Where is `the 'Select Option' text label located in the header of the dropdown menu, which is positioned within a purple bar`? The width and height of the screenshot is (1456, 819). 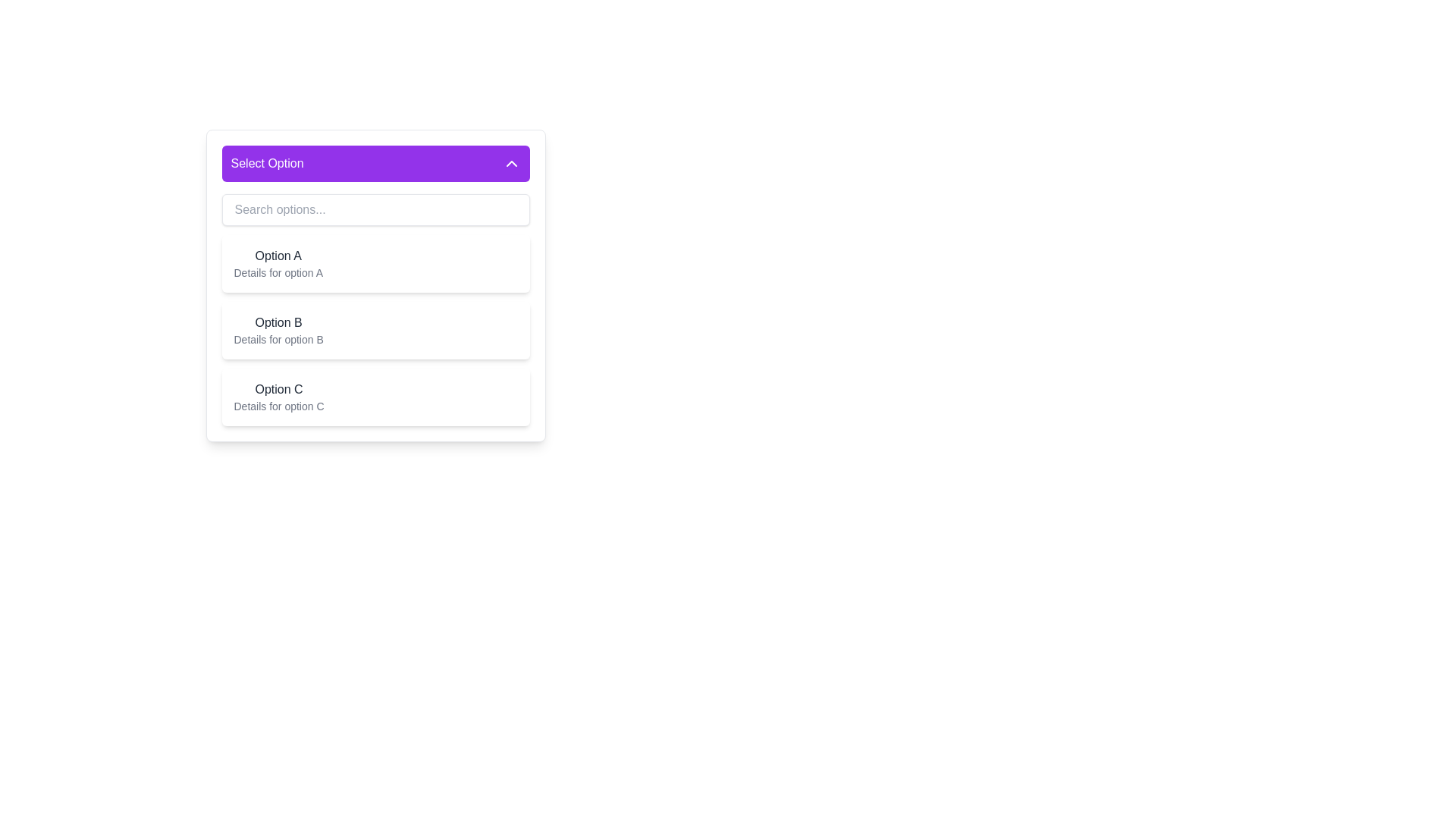
the 'Select Option' text label located in the header of the dropdown menu, which is positioned within a purple bar is located at coordinates (267, 164).